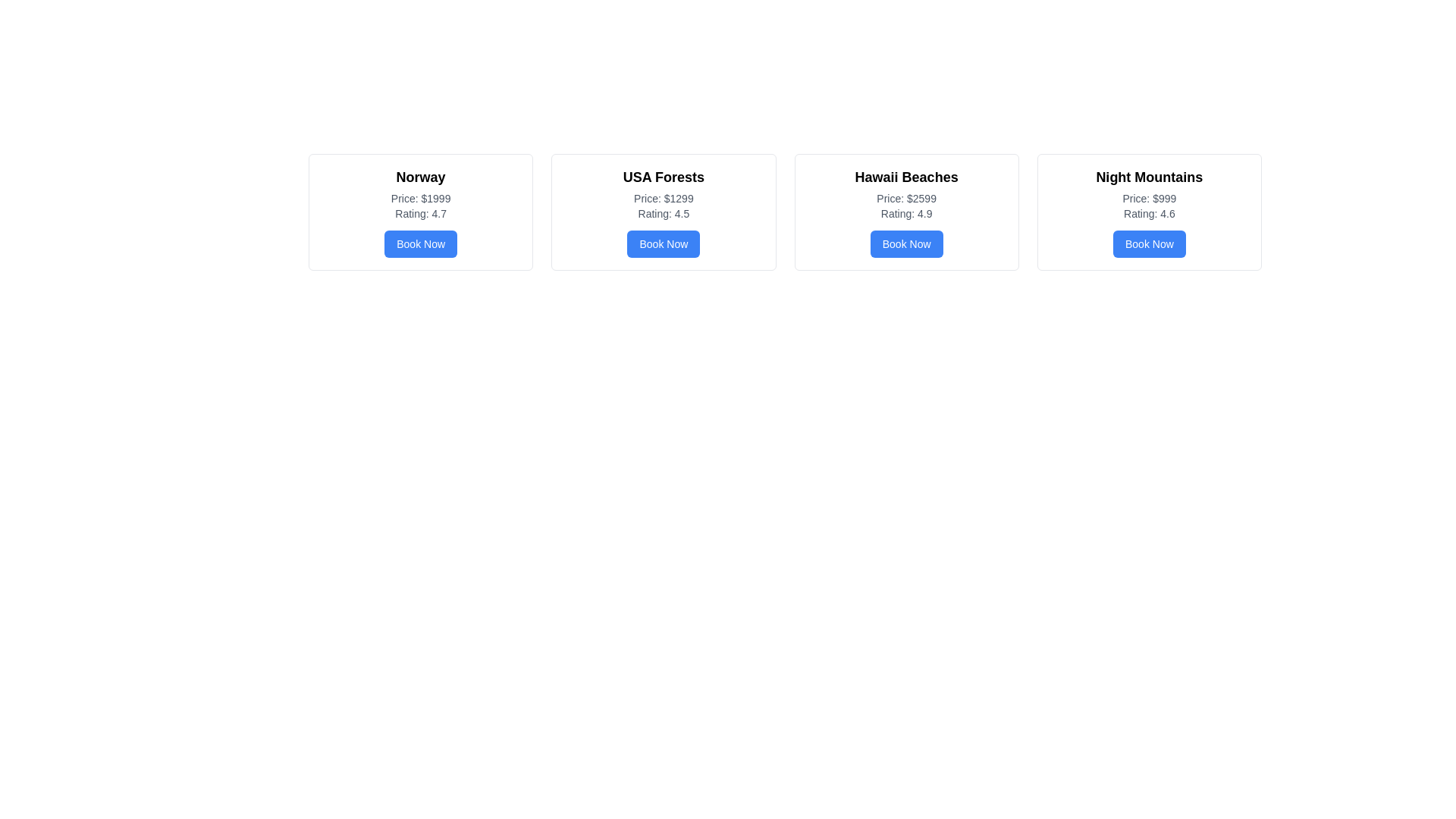 The height and width of the screenshot is (819, 1456). I want to click on the 'Book Now' button with a blue background and white text located in the bottom-right corner of the 'Night Mountains' card, so click(1149, 243).